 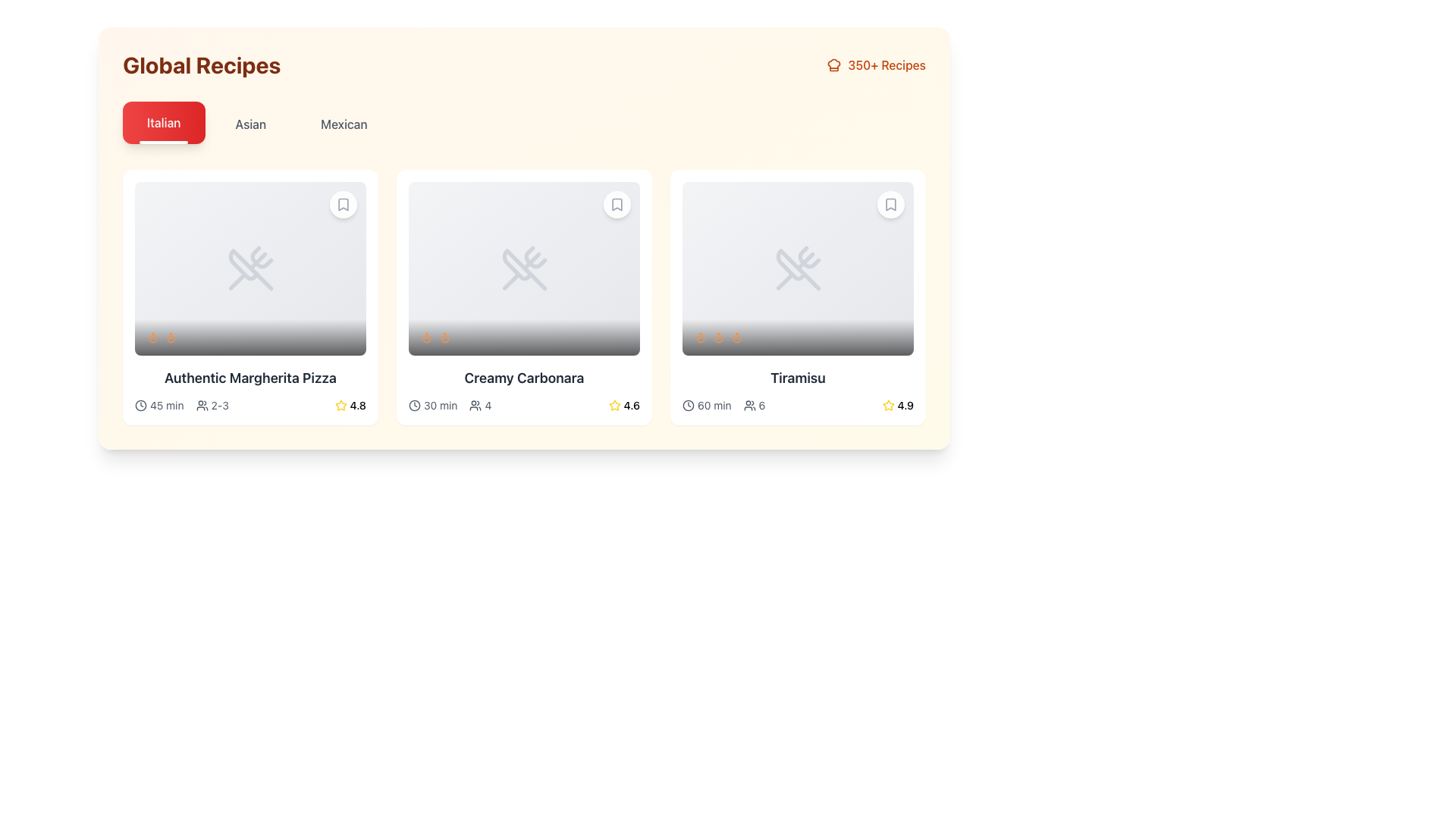 What do you see at coordinates (905, 404) in the screenshot?
I see `rating value displayed on the text label for the 'Tiramisu' recipe, located at the bottom-right corner of the third card in the horizontal list layout` at bounding box center [905, 404].